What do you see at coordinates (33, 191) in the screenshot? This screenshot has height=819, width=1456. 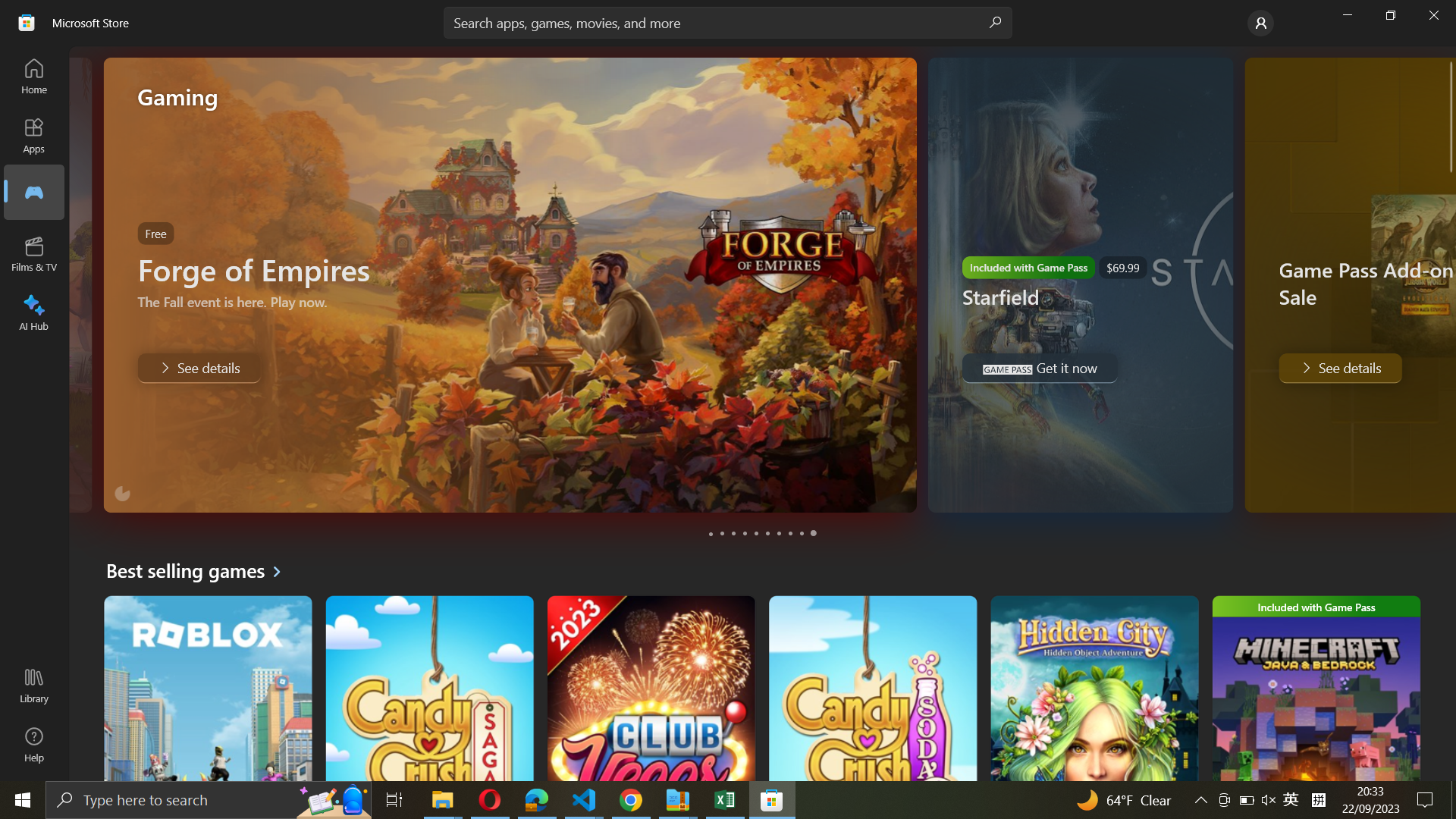 I see `the Games segment` at bounding box center [33, 191].